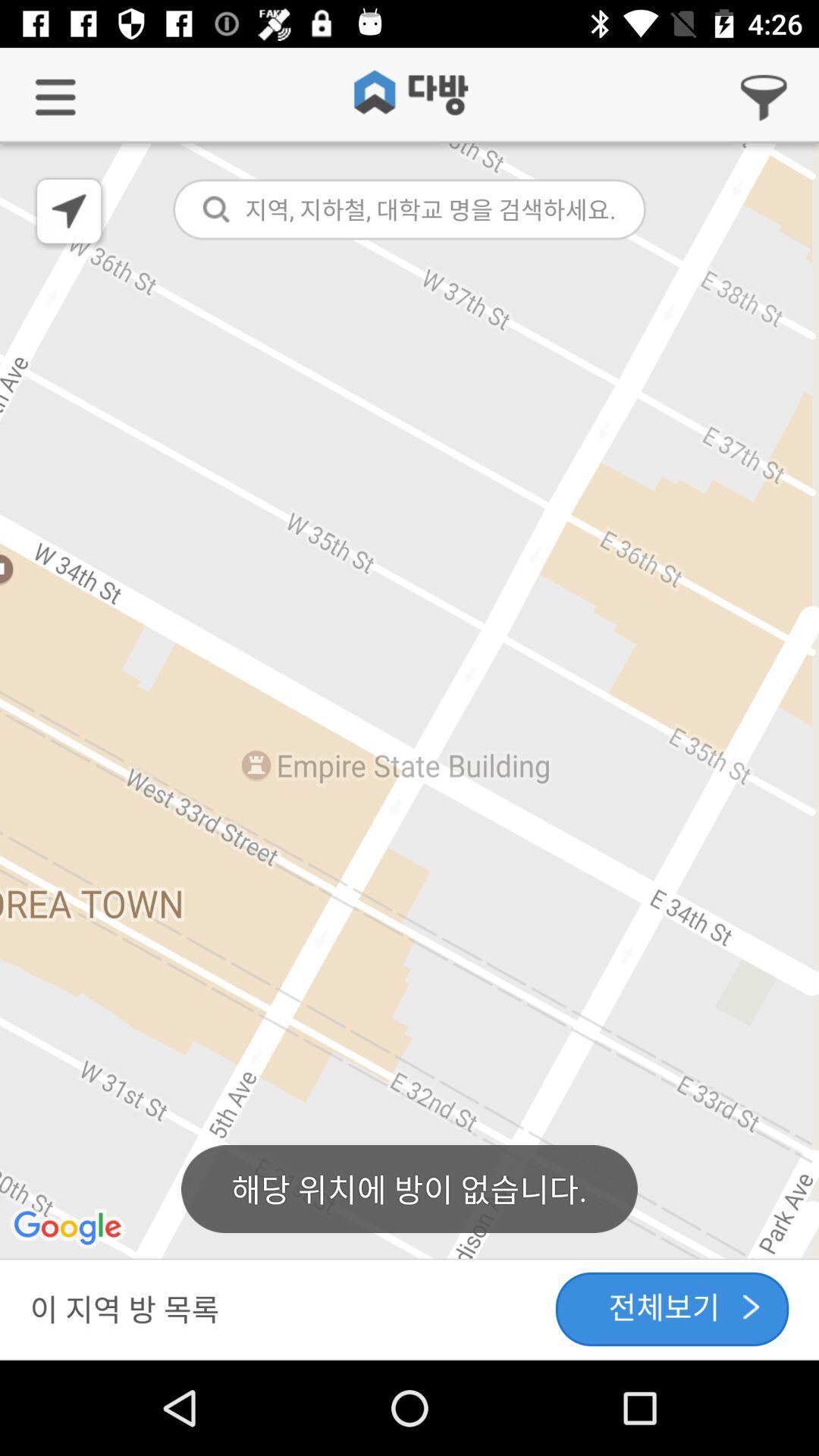 The image size is (819, 1456). I want to click on the navigation icon, so click(70, 212).